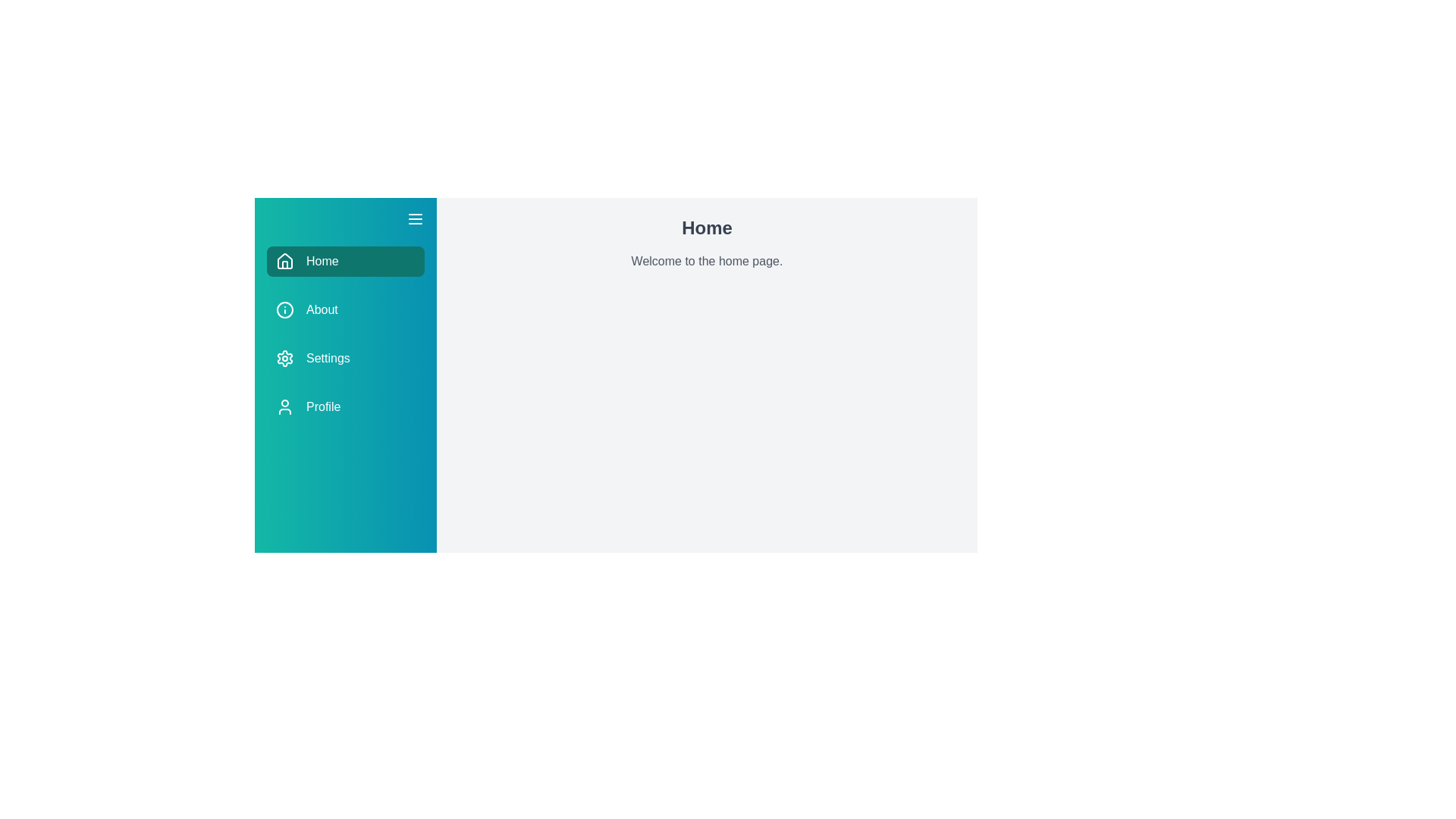 This screenshot has height=819, width=1456. What do you see at coordinates (345, 406) in the screenshot?
I see `the Profile section from the drawer menu` at bounding box center [345, 406].